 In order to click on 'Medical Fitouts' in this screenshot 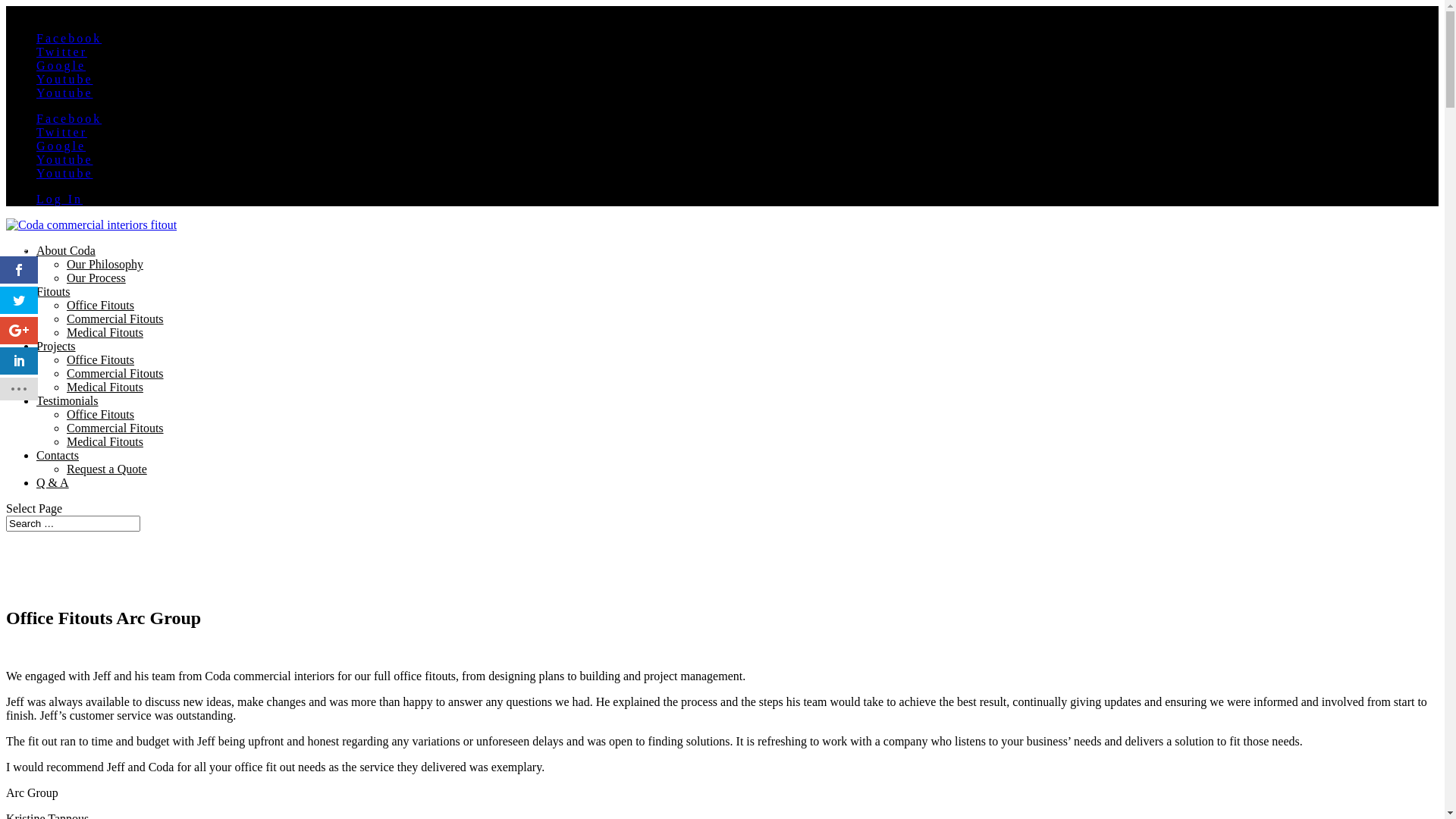, I will do `click(65, 331)`.